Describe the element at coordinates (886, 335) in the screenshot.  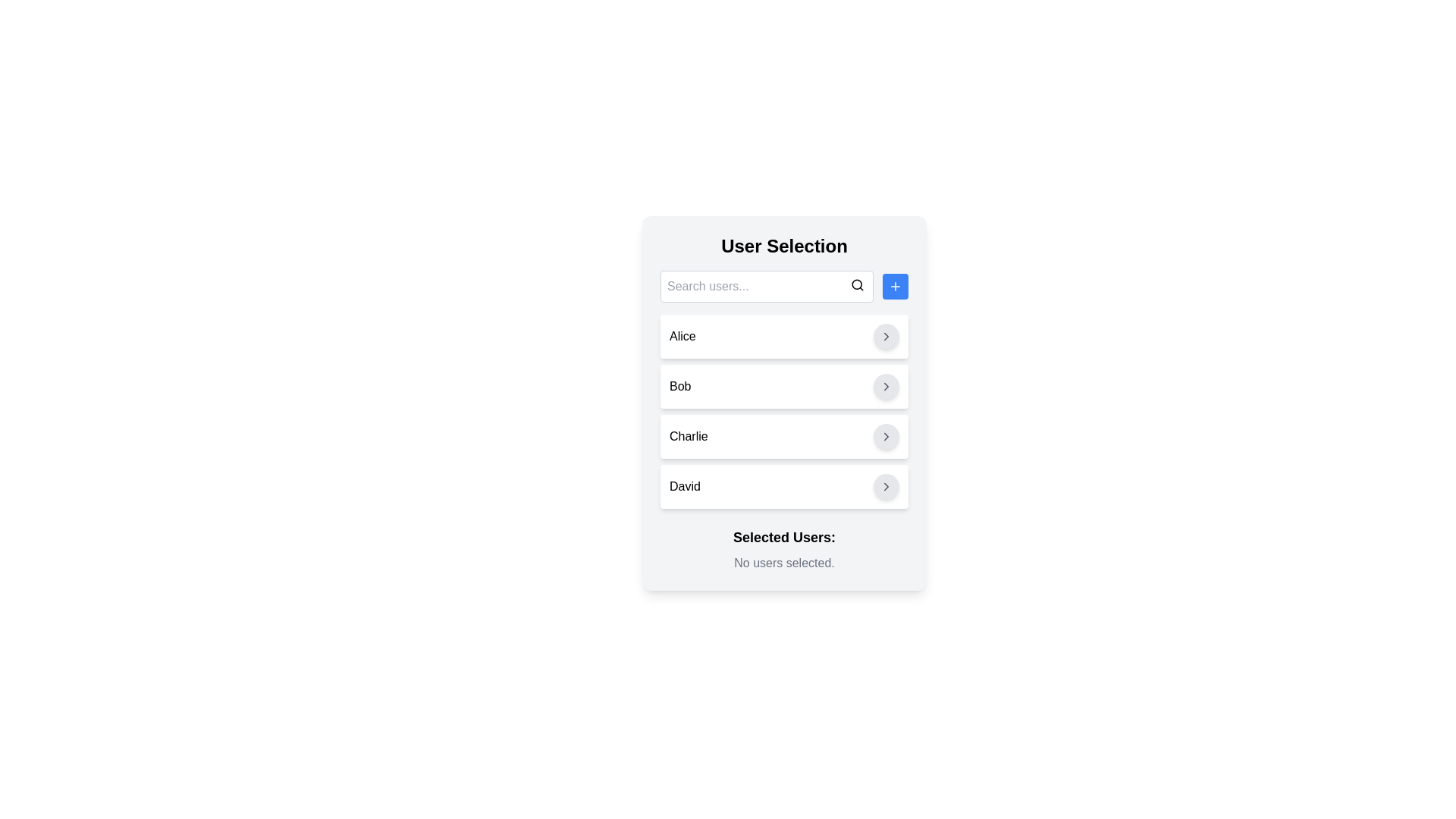
I see `the first chevron icon associated with the 'Alice' entry` at that location.